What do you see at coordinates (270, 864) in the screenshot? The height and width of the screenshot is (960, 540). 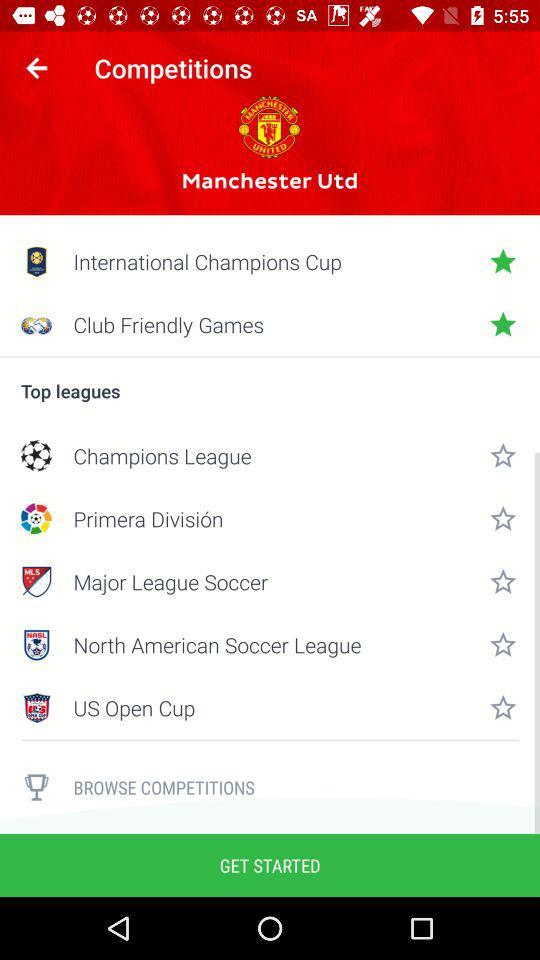 I see `get started item` at bounding box center [270, 864].